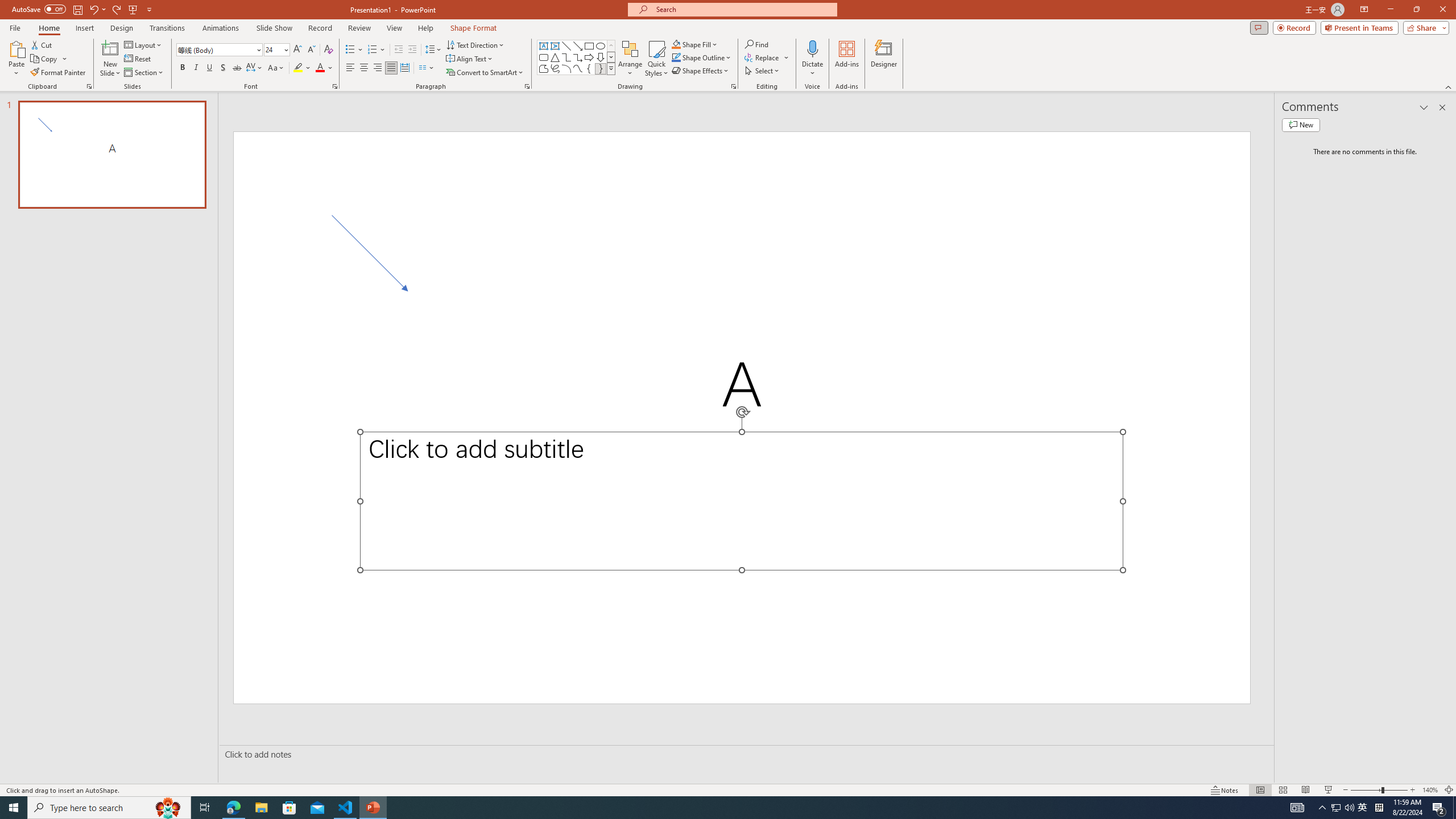  I want to click on 'Decrease Indent', so click(399, 49).